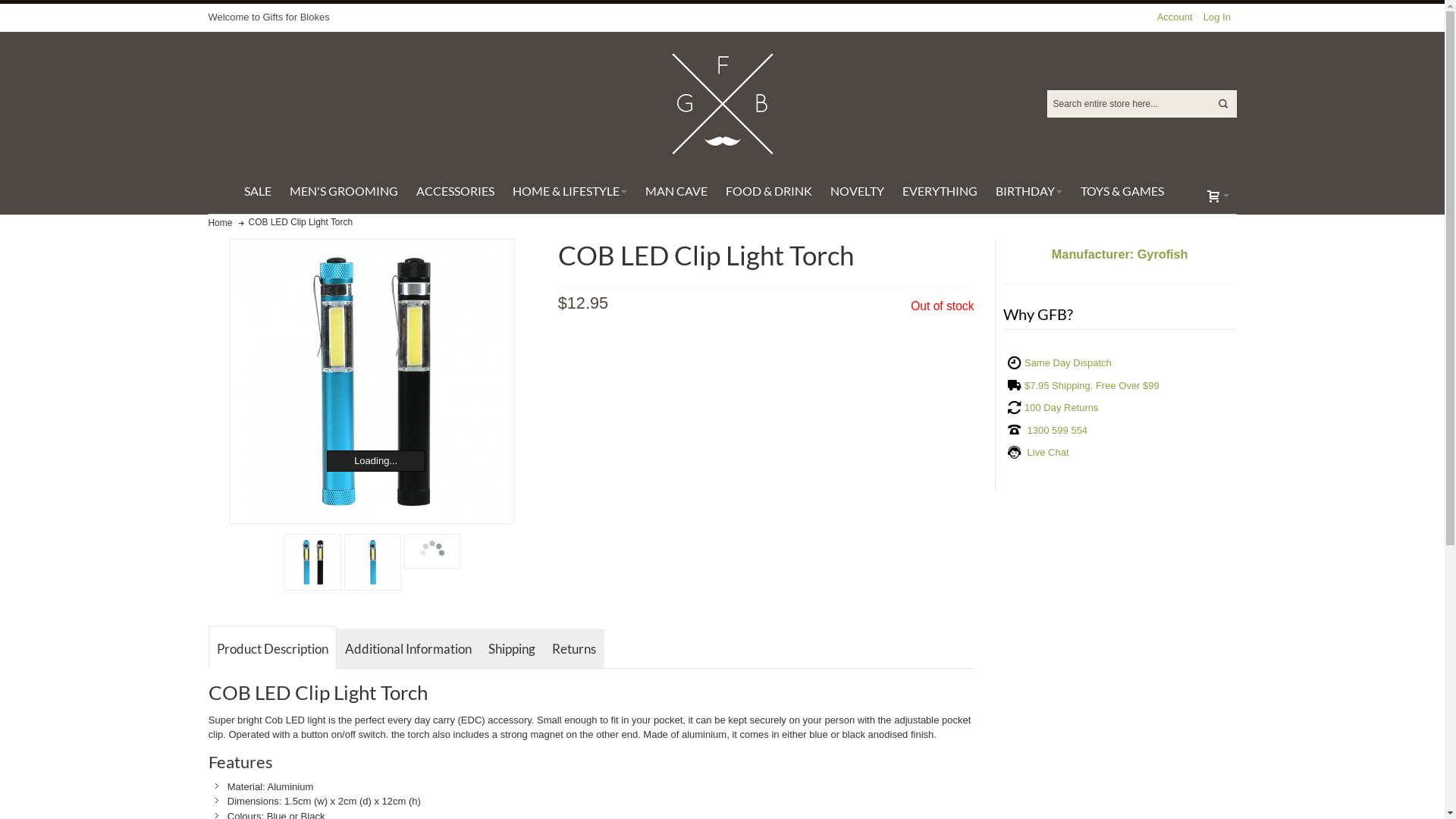 This screenshot has height=819, width=1456. Describe the element at coordinates (1197, 17) in the screenshot. I see `'Log In'` at that location.